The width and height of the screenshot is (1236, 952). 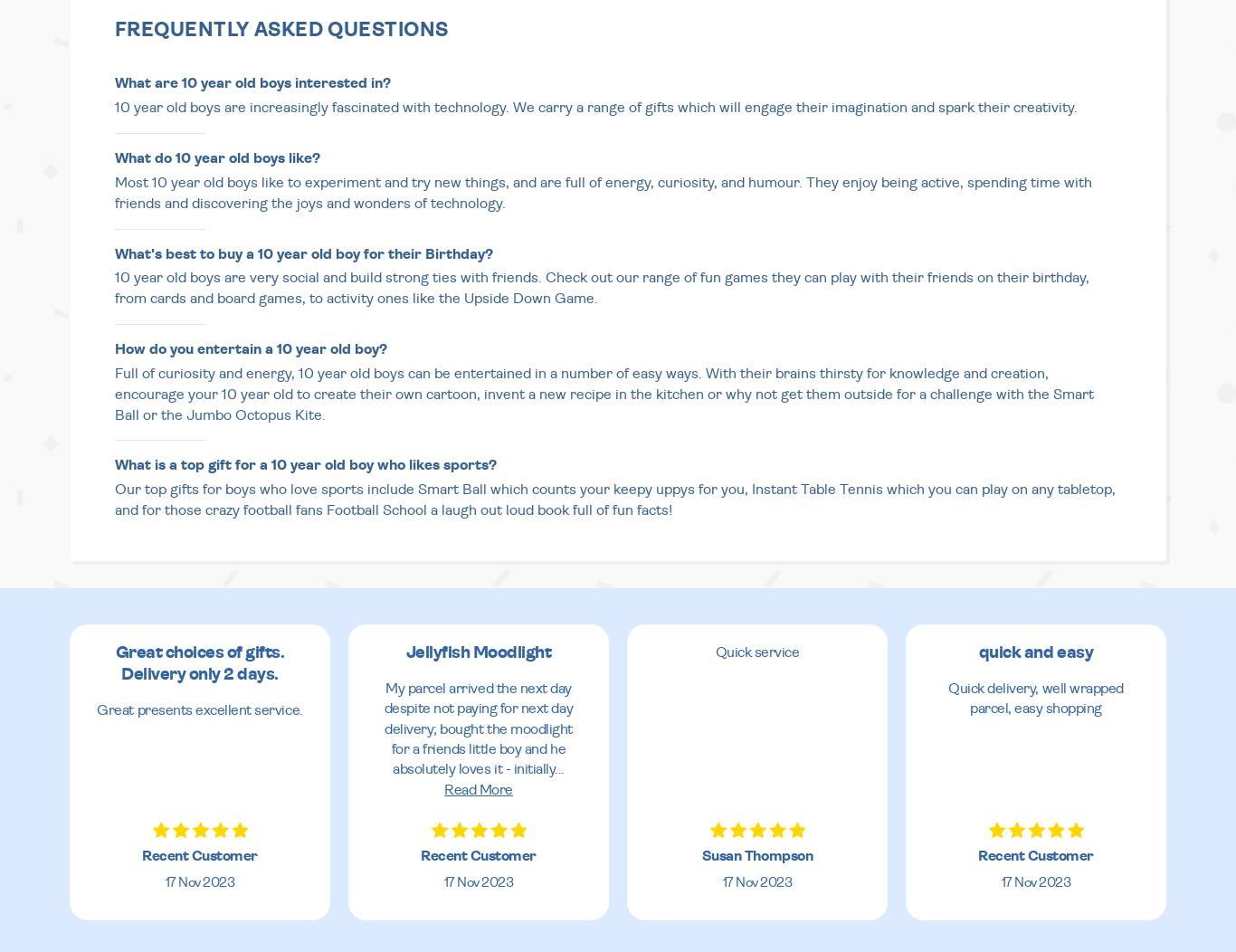 I want to click on 'Most 10 year old boys like to experiment and try new things, and are full of energy, curiosity, and humour. They enjoy being active, spending time with friends and discovering the joys and wonders of technology.', so click(x=603, y=192).